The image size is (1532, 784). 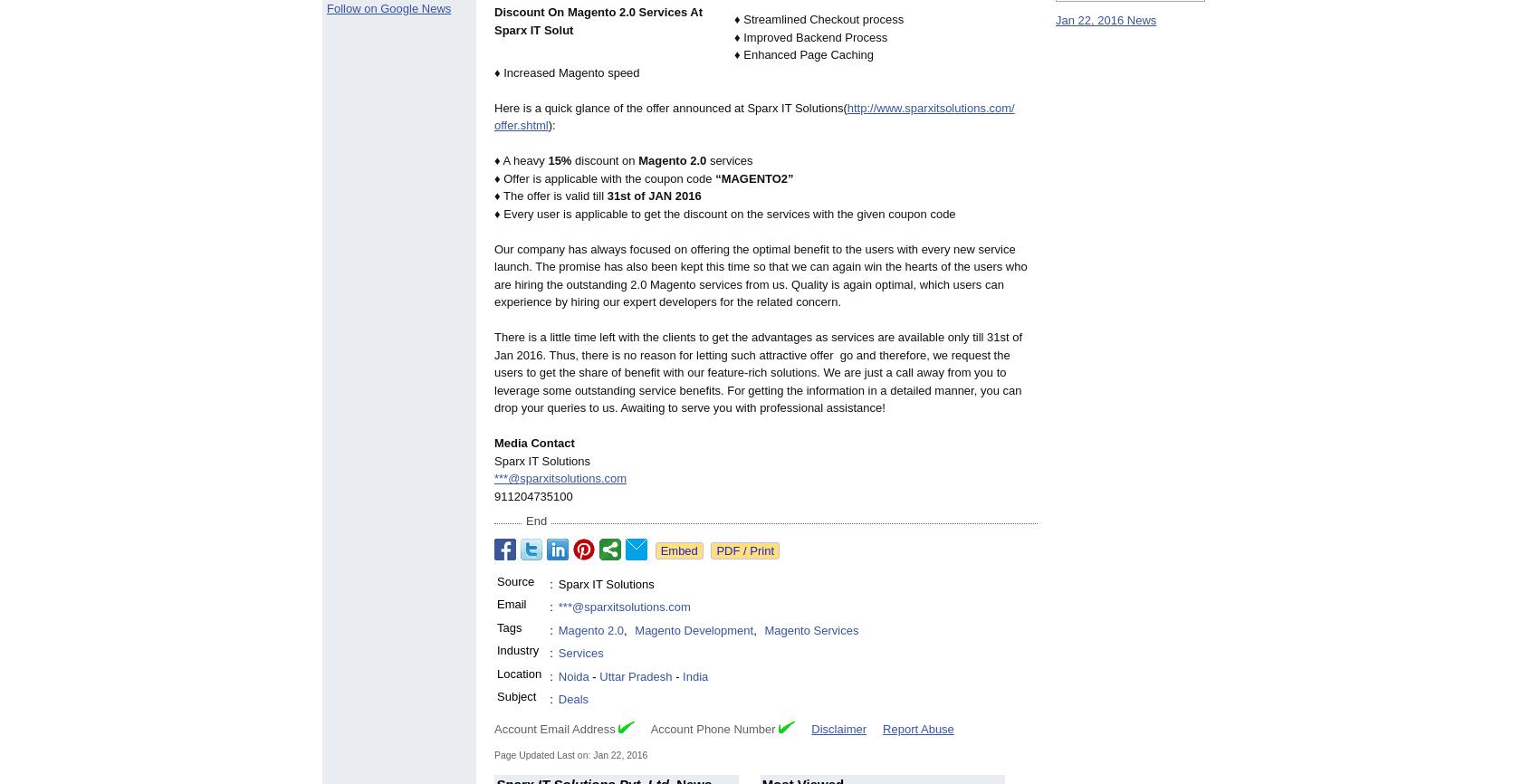 I want to click on 'End', so click(x=535, y=521).